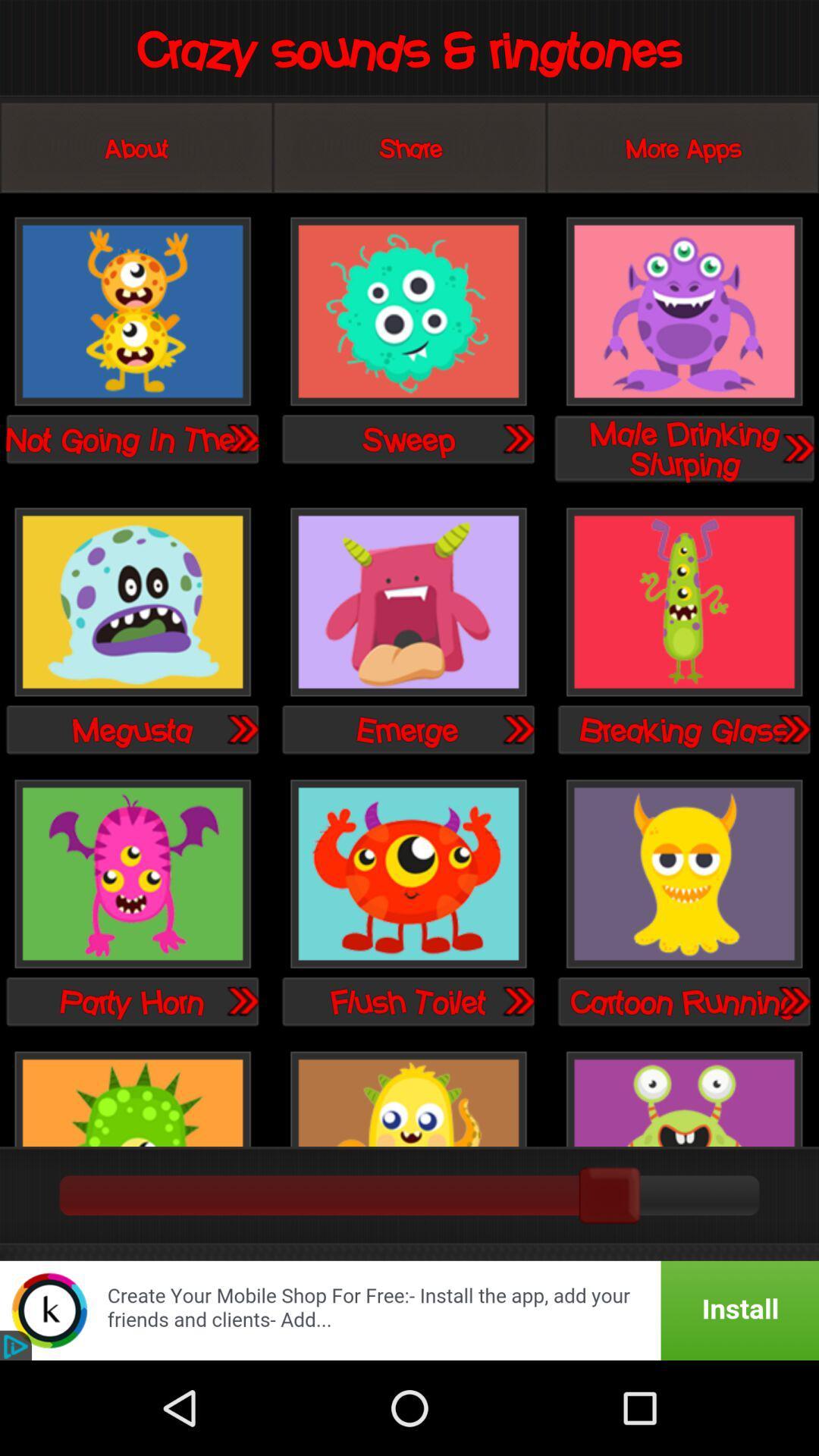 The height and width of the screenshot is (1456, 819). Describe the element at coordinates (241, 729) in the screenshot. I see `hear` at that location.